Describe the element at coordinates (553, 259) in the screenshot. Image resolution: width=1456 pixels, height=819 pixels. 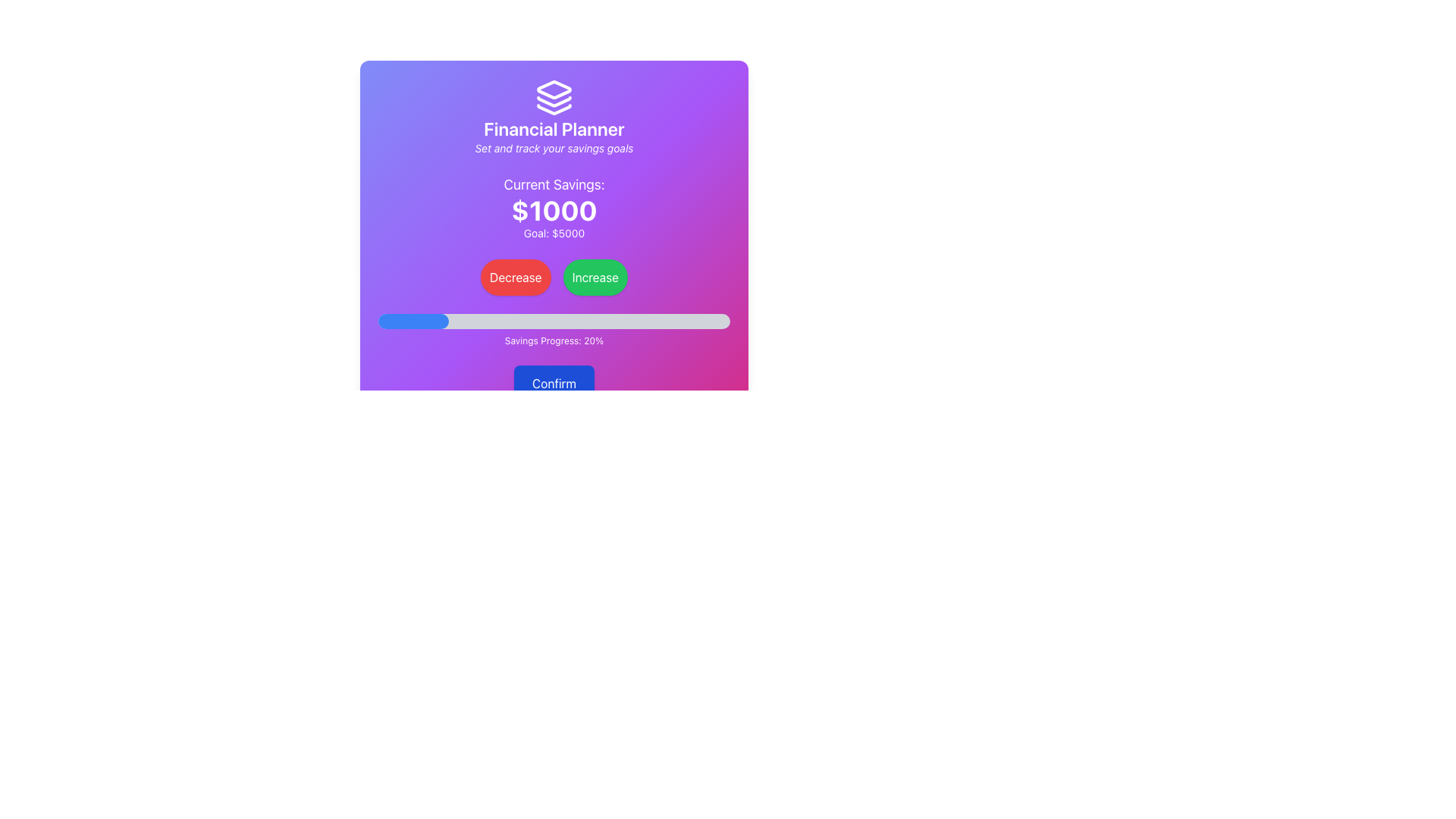
I see `the buttons in the financial information composite component located within the 'Financial Planner' panel` at that location.